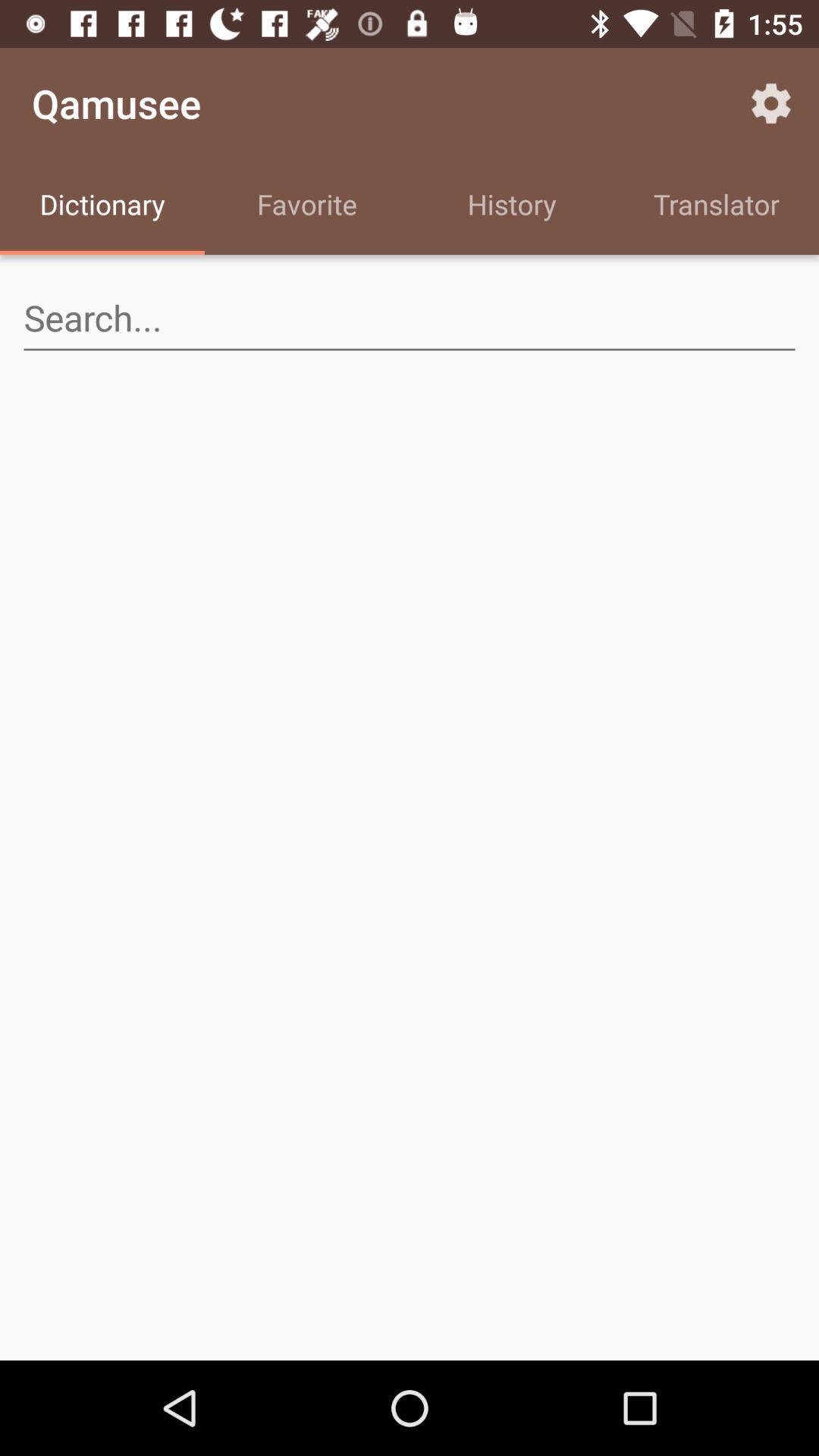 The height and width of the screenshot is (1456, 819). What do you see at coordinates (512, 206) in the screenshot?
I see `the item next to translator item` at bounding box center [512, 206].